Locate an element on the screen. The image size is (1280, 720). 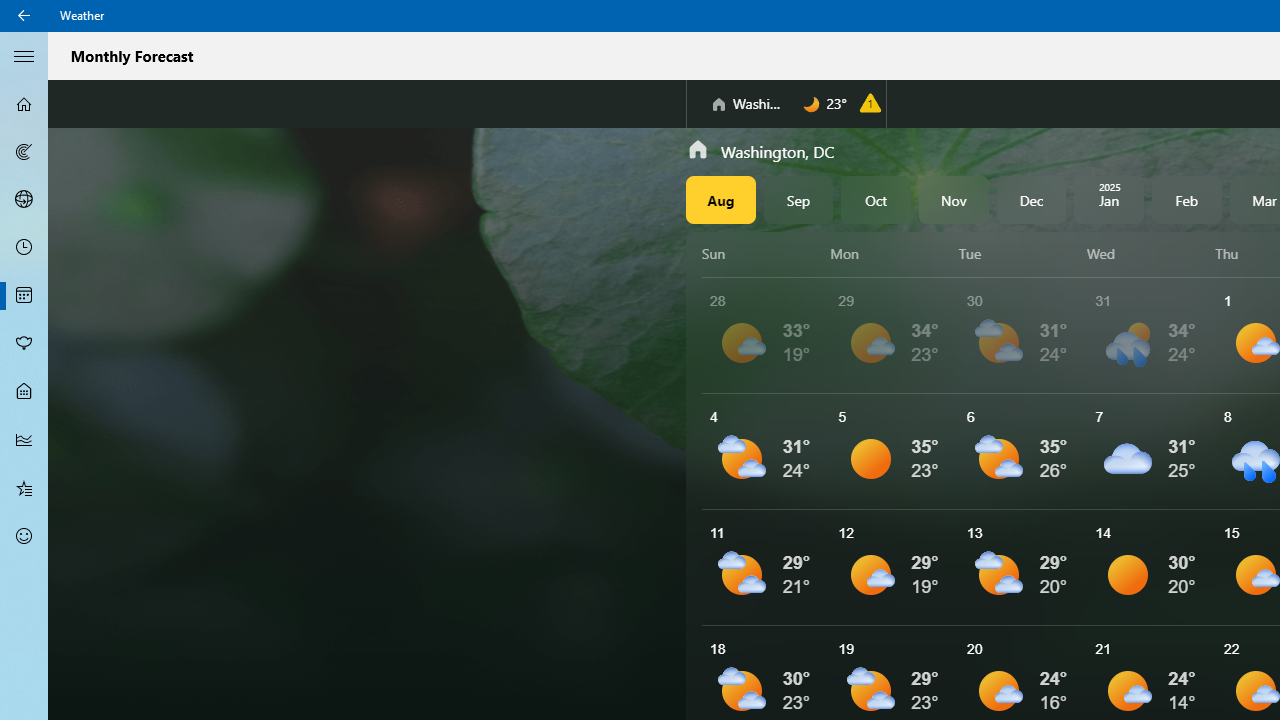
'Maps - Not Selected' is located at coordinates (24, 150).